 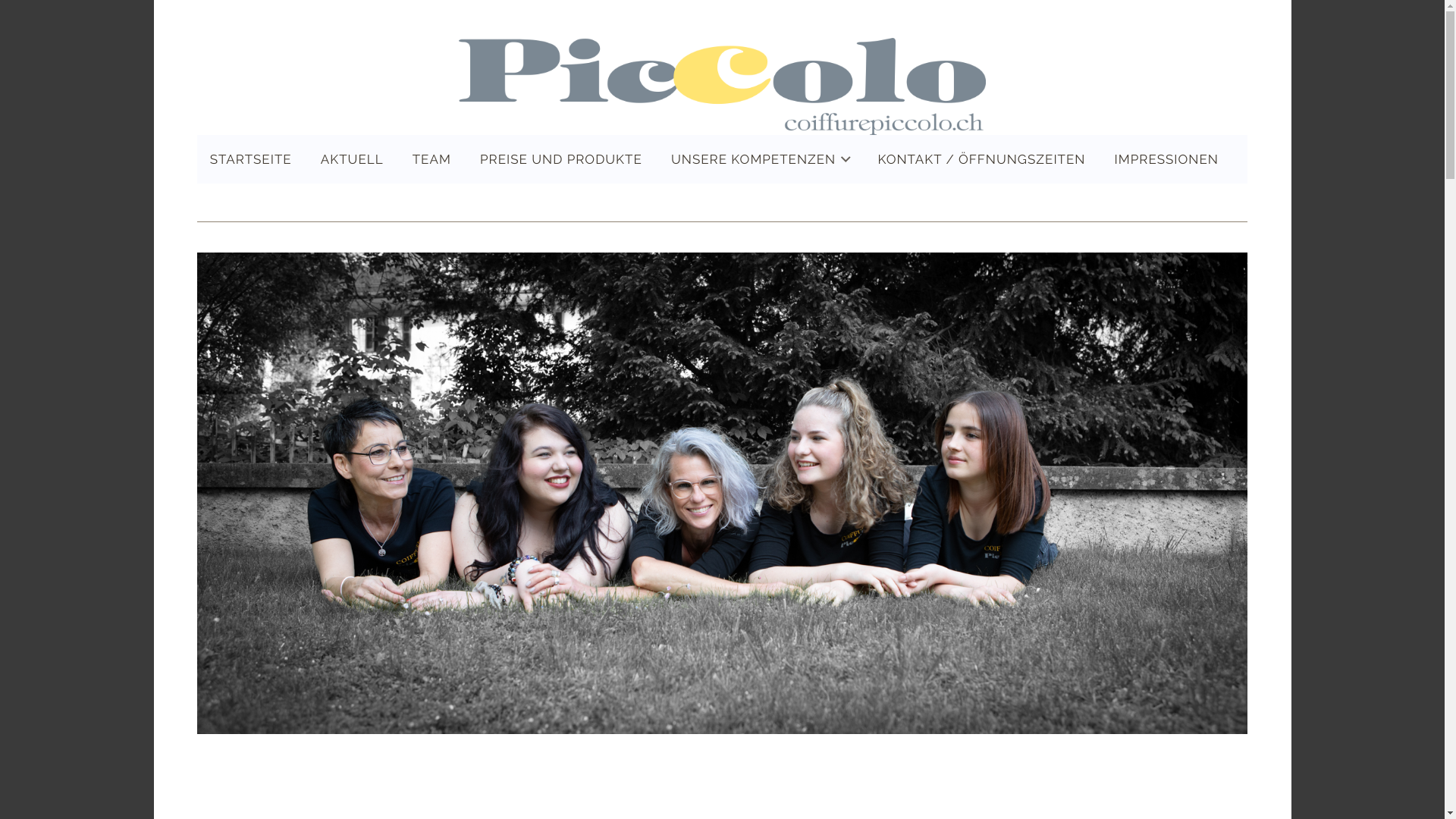 I want to click on 'PREISE UND PRODUKTE', so click(x=466, y=158).